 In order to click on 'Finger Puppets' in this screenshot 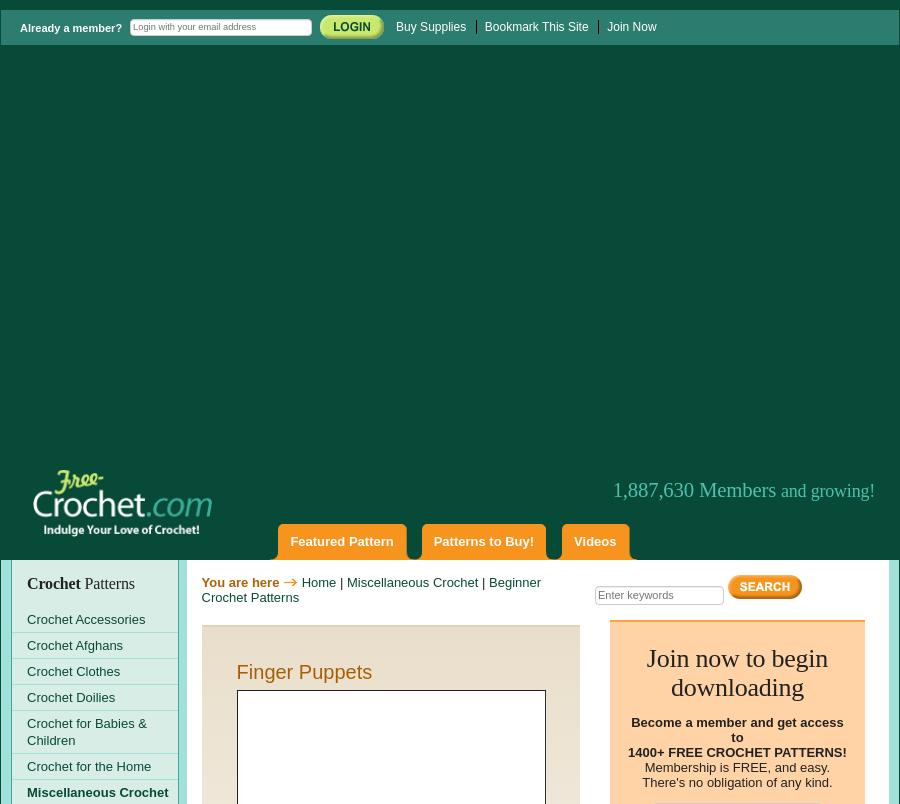, I will do `click(303, 670)`.